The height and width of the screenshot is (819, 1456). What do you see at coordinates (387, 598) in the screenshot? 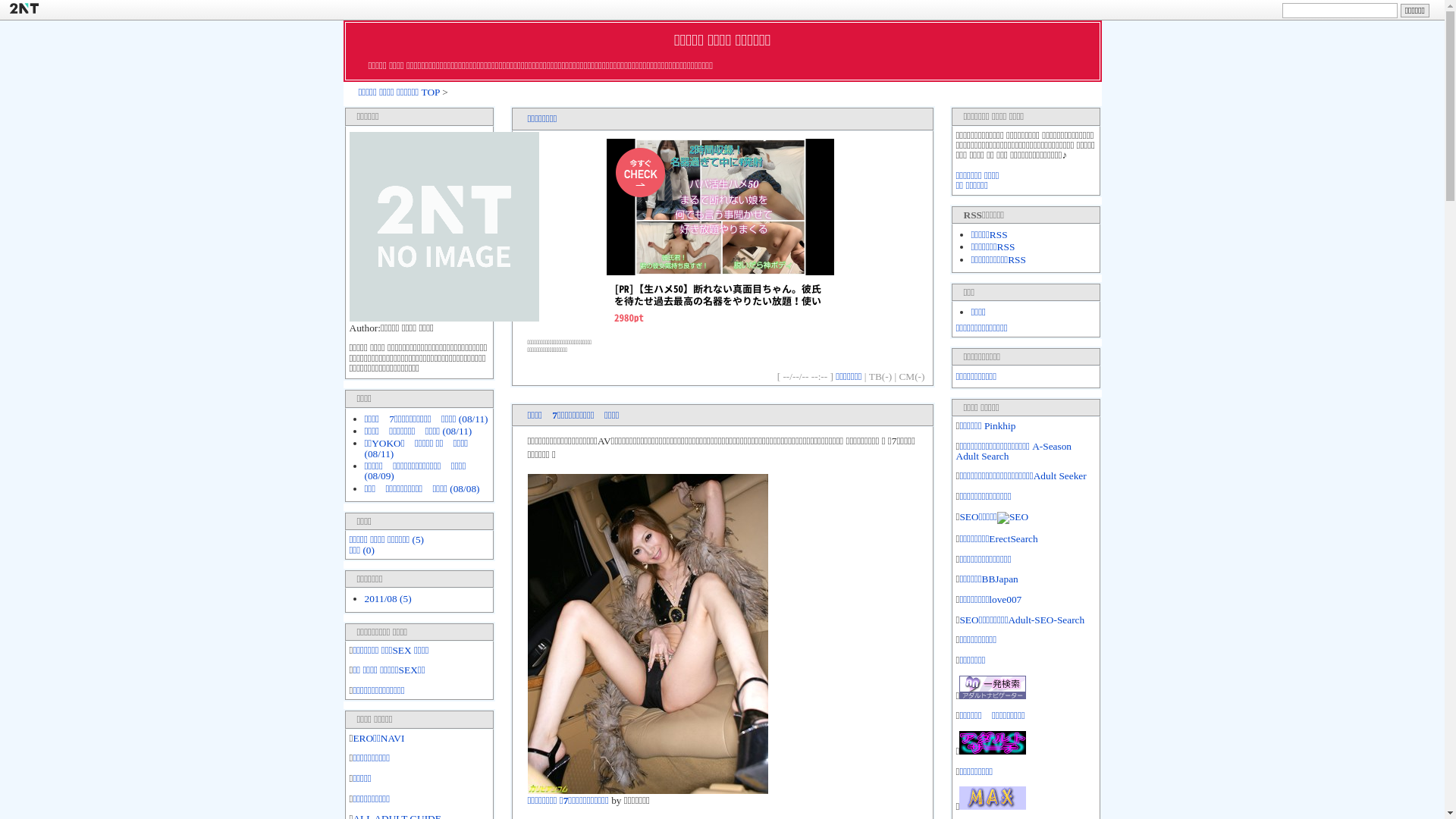
I see `'2011/08 (5)'` at bounding box center [387, 598].